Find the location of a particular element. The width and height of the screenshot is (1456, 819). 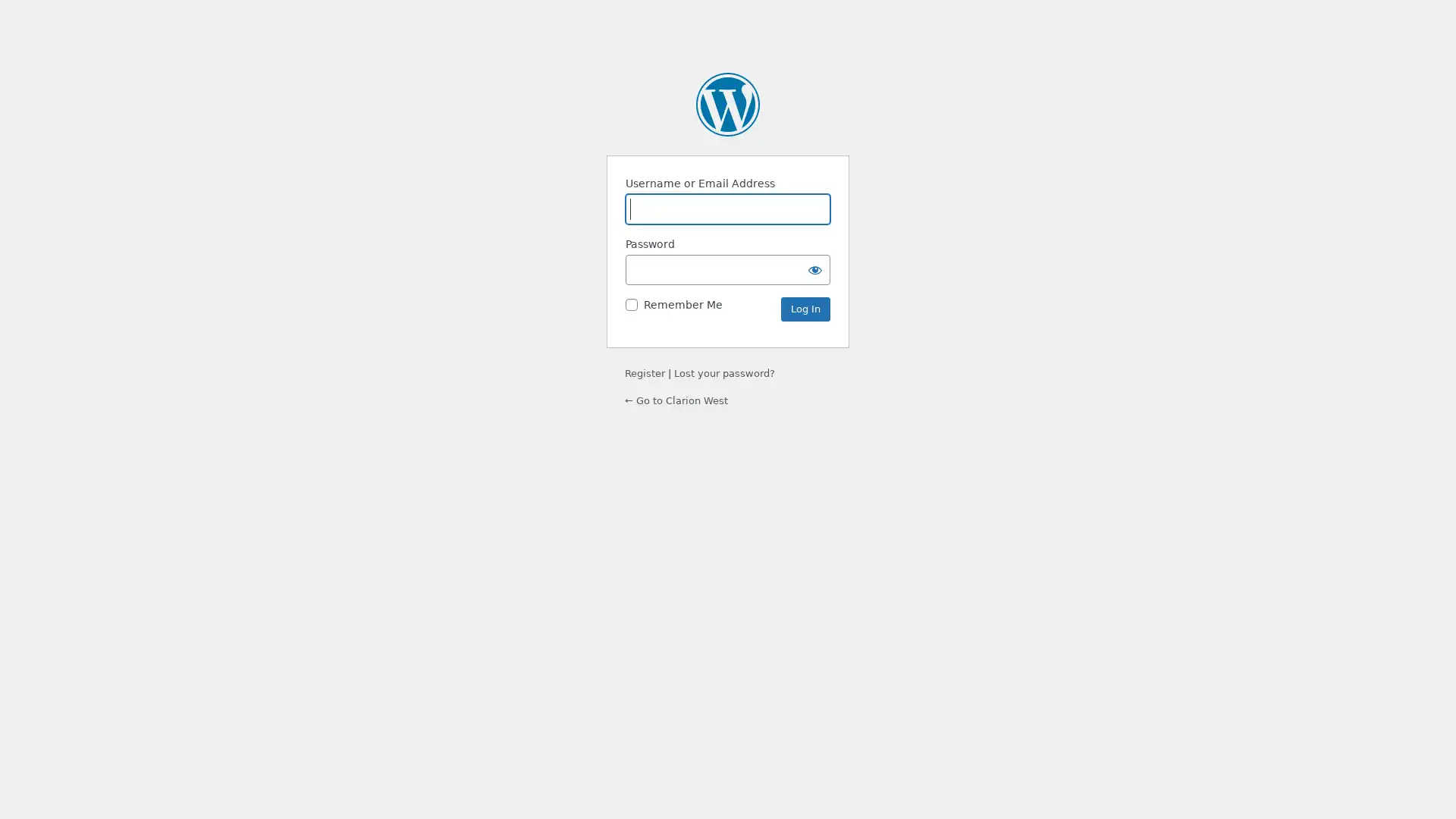

Log In is located at coordinates (805, 309).